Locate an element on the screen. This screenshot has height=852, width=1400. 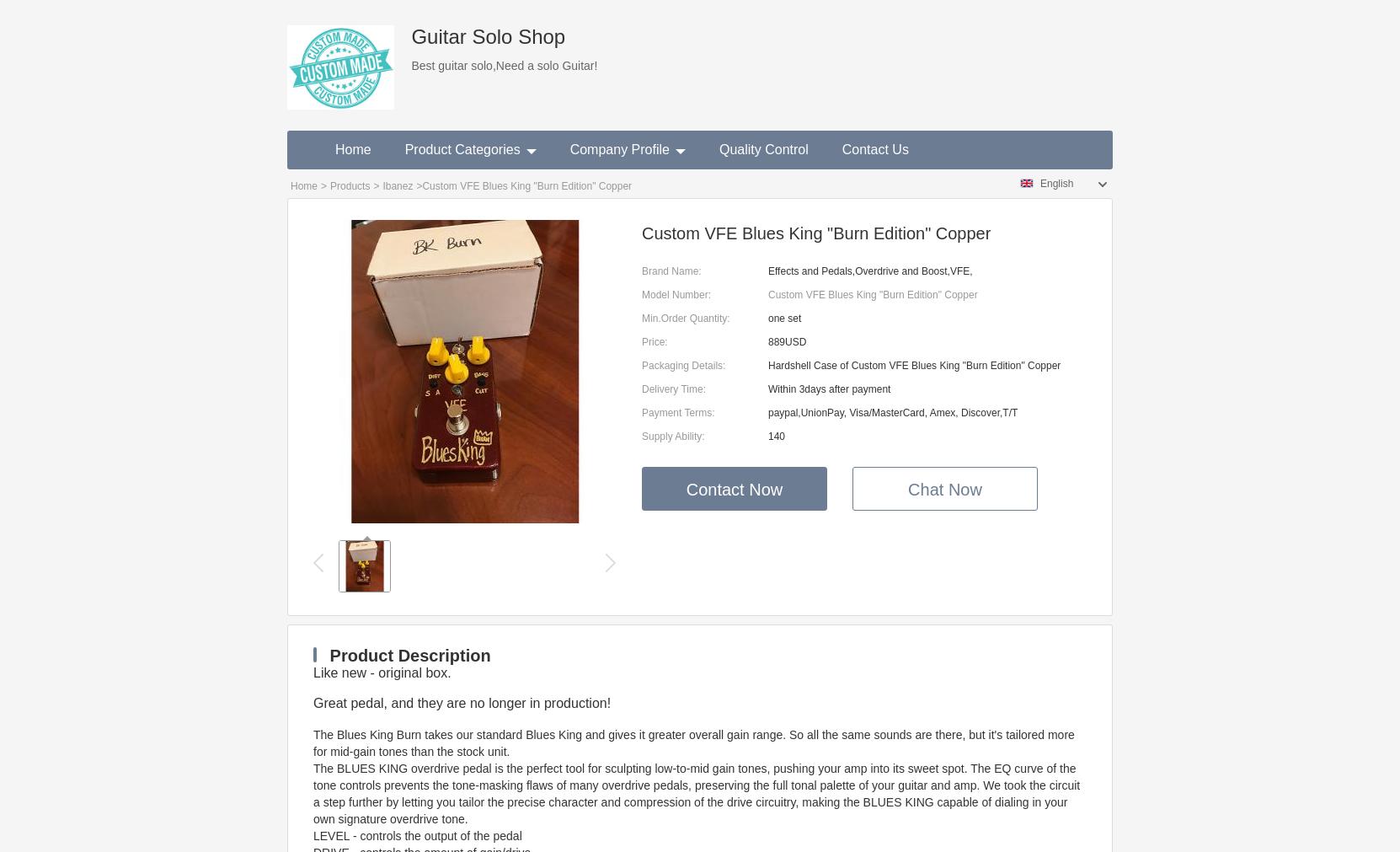
'Ibanez' is located at coordinates (398, 186).